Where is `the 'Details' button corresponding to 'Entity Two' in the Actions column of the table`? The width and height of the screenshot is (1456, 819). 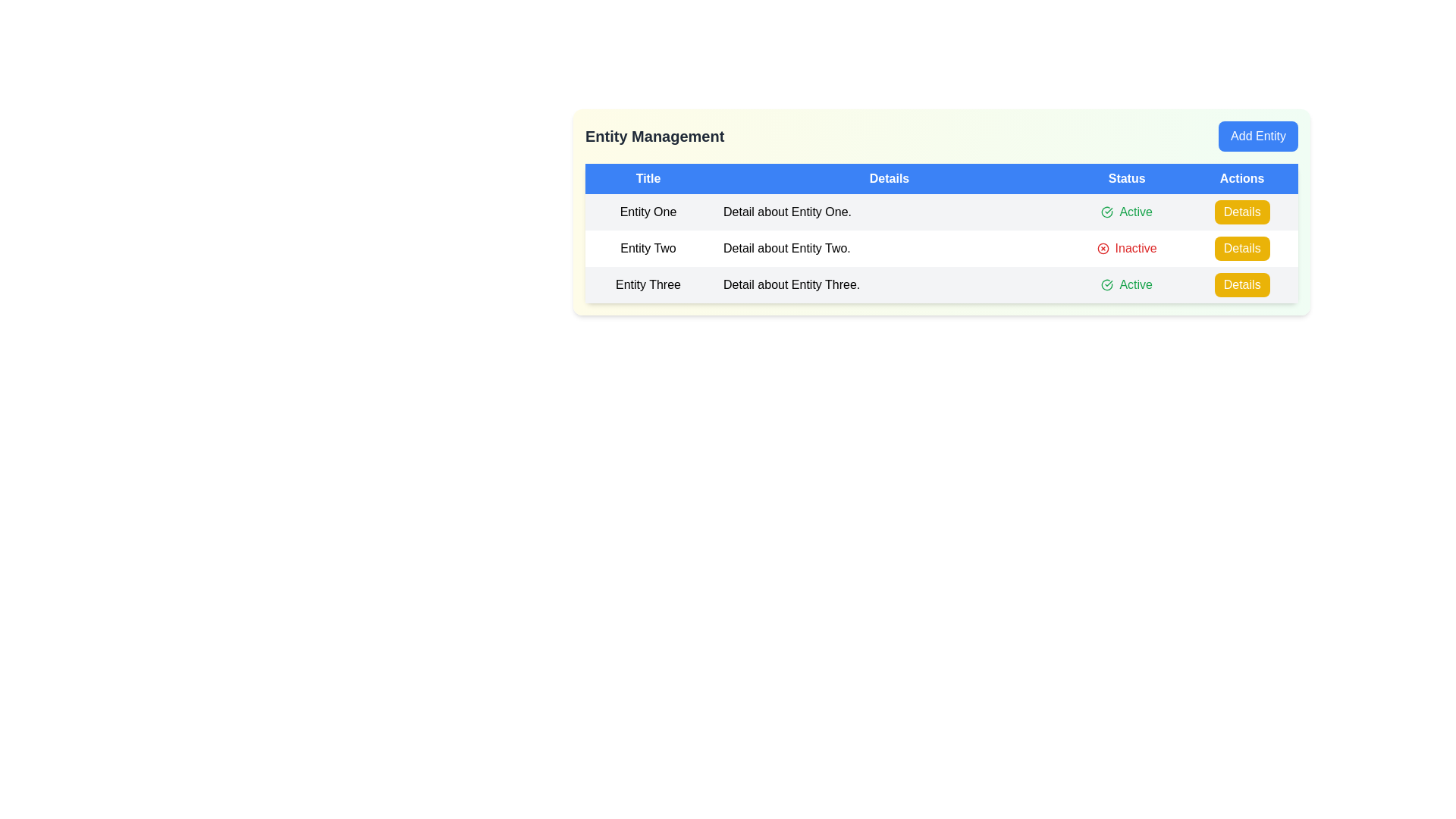
the 'Details' button corresponding to 'Entity Two' in the Actions column of the table is located at coordinates (1242, 247).